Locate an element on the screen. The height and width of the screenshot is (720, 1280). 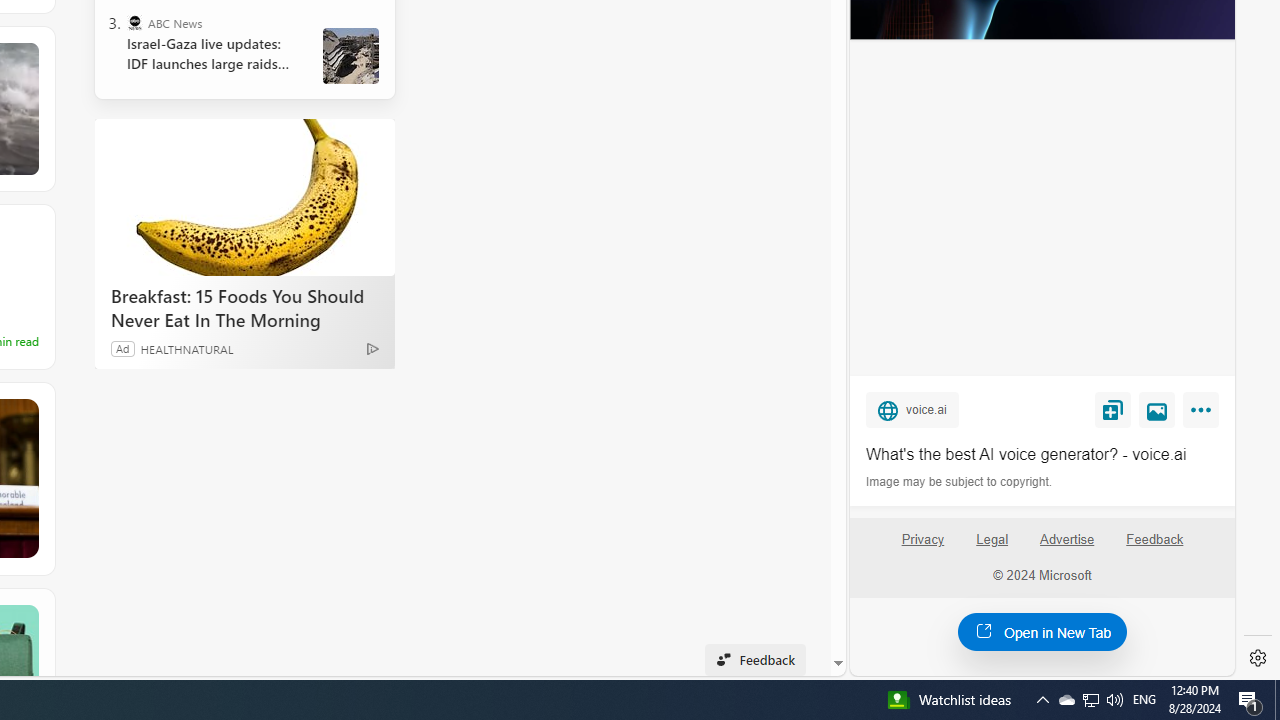
'Open in New Tab' is located at coordinates (1041, 631).